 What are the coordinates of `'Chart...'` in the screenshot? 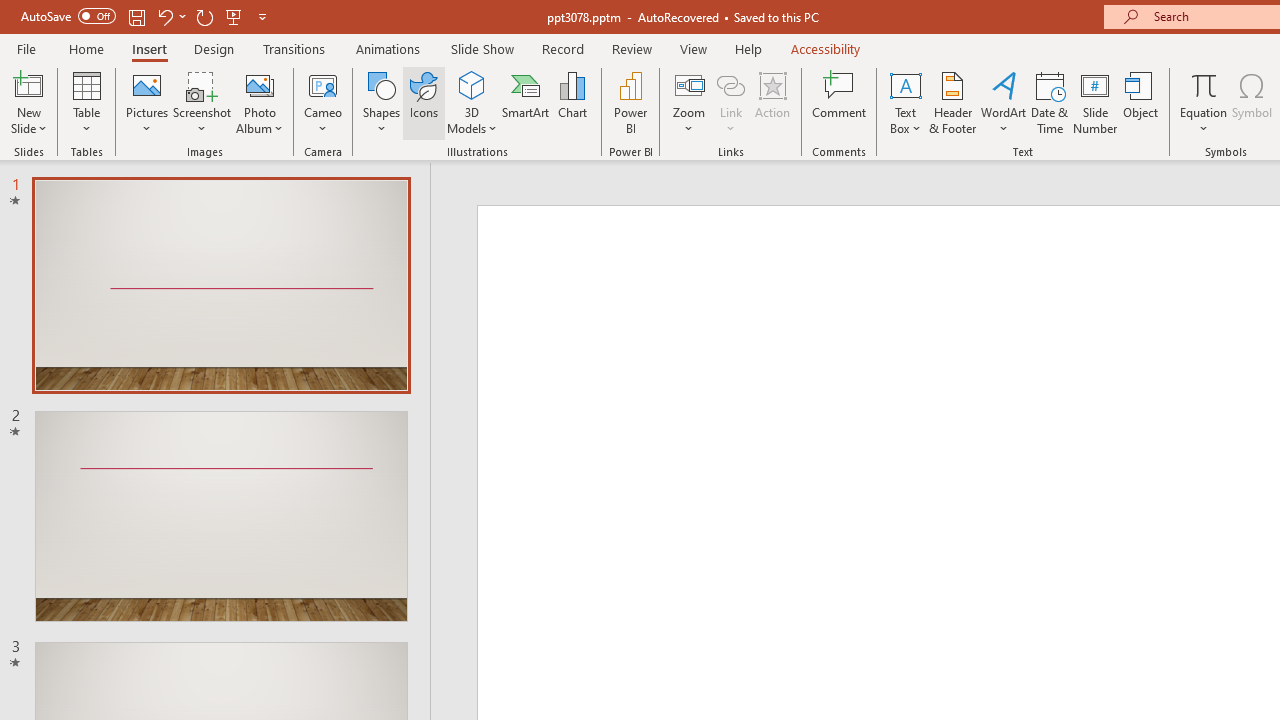 It's located at (571, 103).